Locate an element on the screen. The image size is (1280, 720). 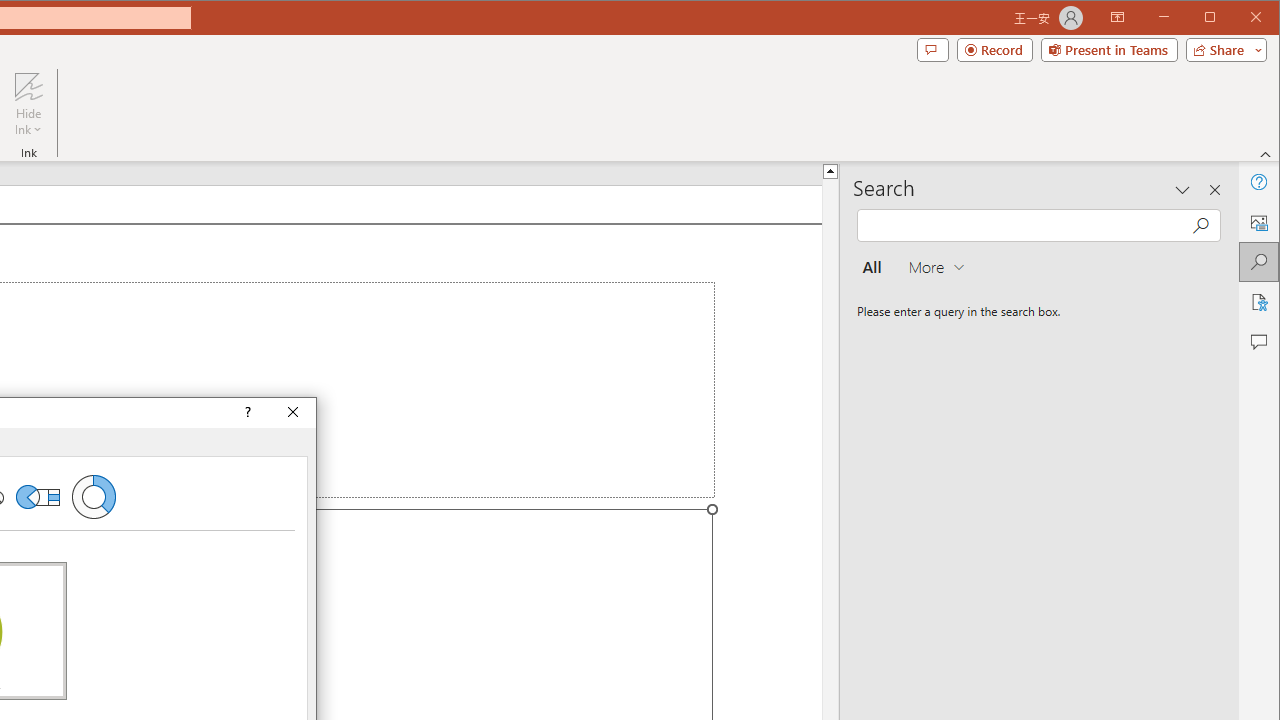
'Bar of Pie' is located at coordinates (38, 495).